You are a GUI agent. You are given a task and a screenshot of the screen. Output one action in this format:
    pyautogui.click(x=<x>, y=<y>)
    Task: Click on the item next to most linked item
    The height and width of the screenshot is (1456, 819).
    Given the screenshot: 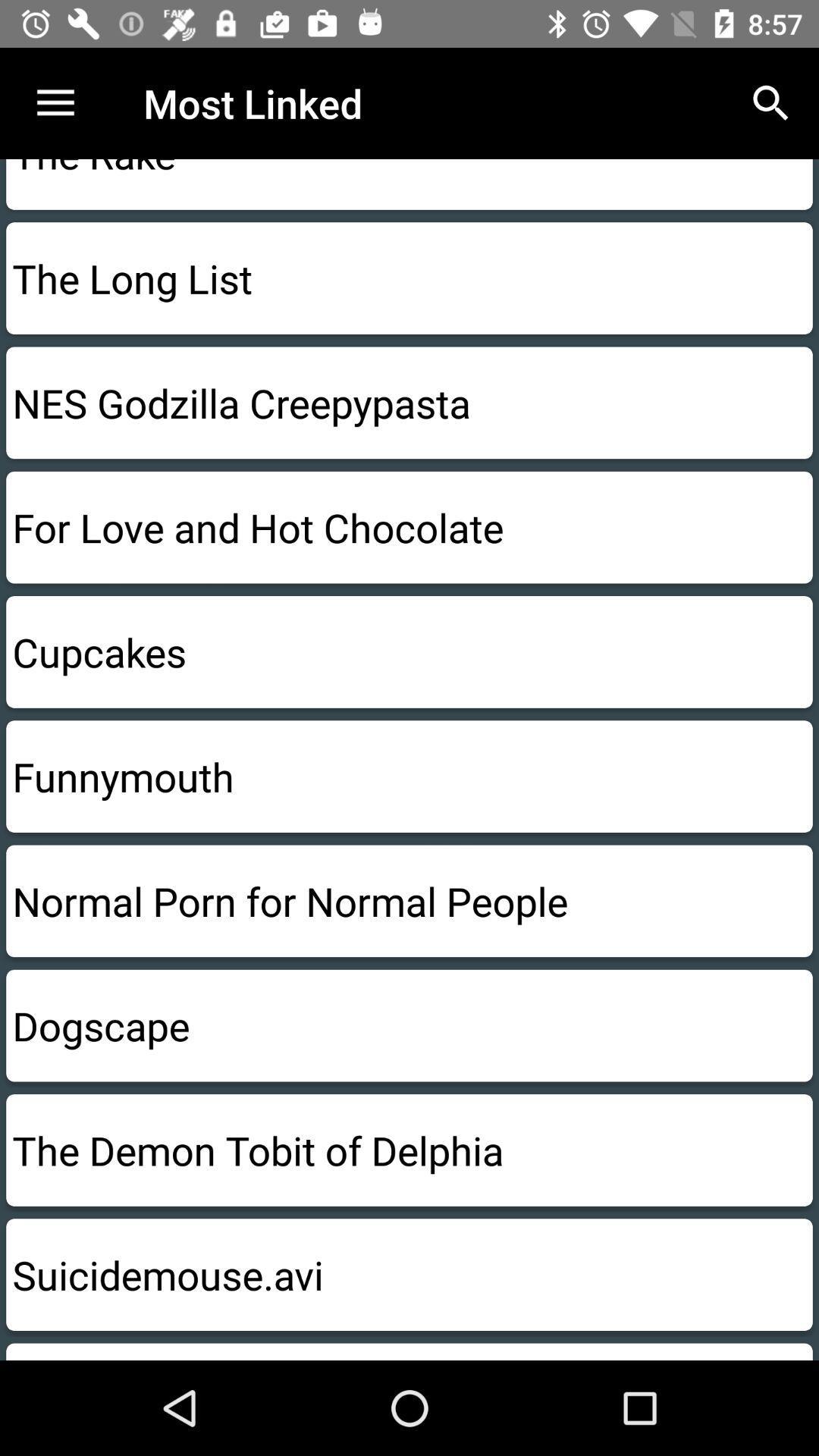 What is the action you would take?
    pyautogui.click(x=771, y=102)
    